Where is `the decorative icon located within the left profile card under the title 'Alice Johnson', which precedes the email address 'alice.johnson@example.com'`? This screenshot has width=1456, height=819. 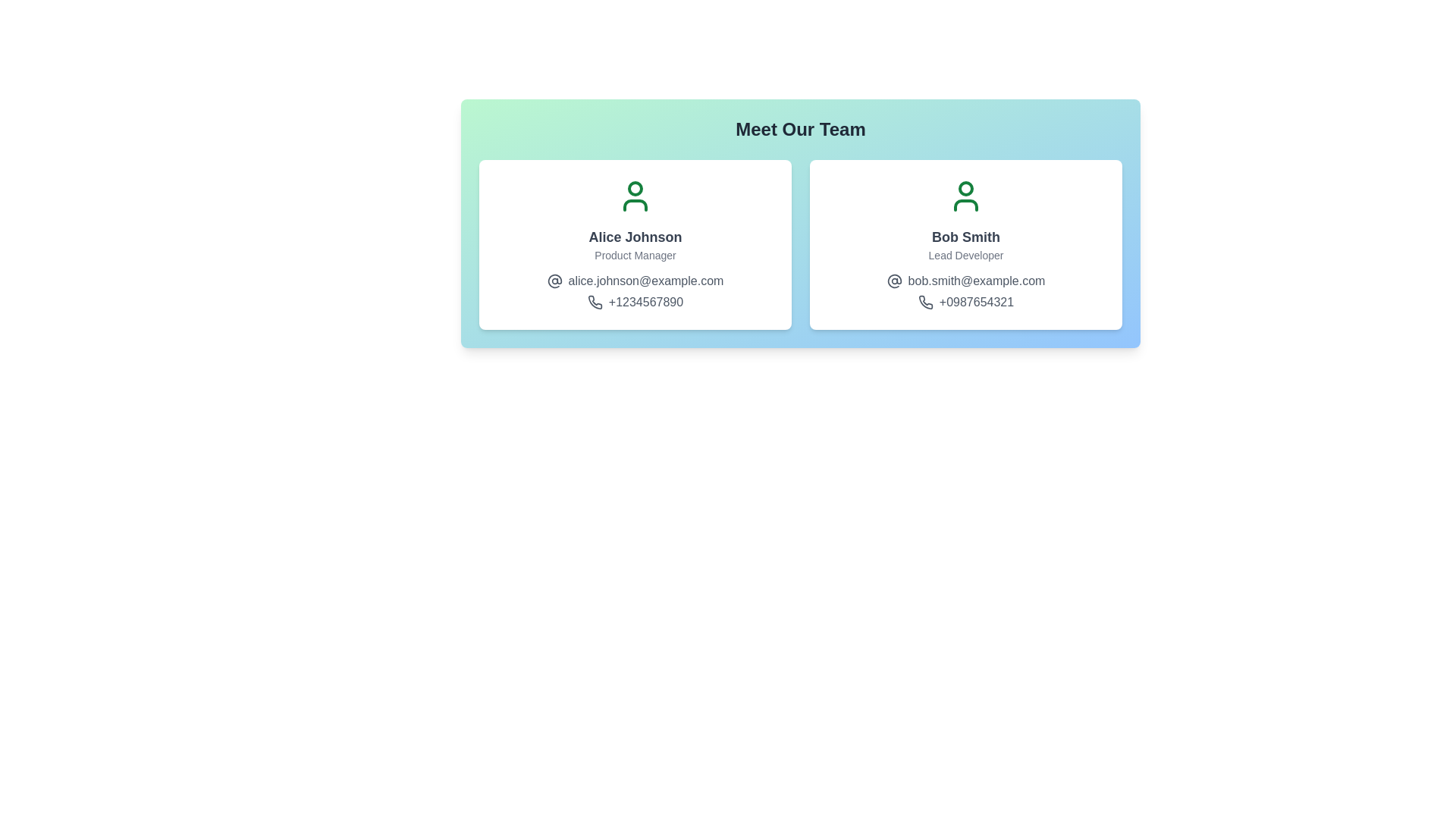 the decorative icon located within the left profile card under the title 'Alice Johnson', which precedes the email address 'alice.johnson@example.com' is located at coordinates (554, 281).